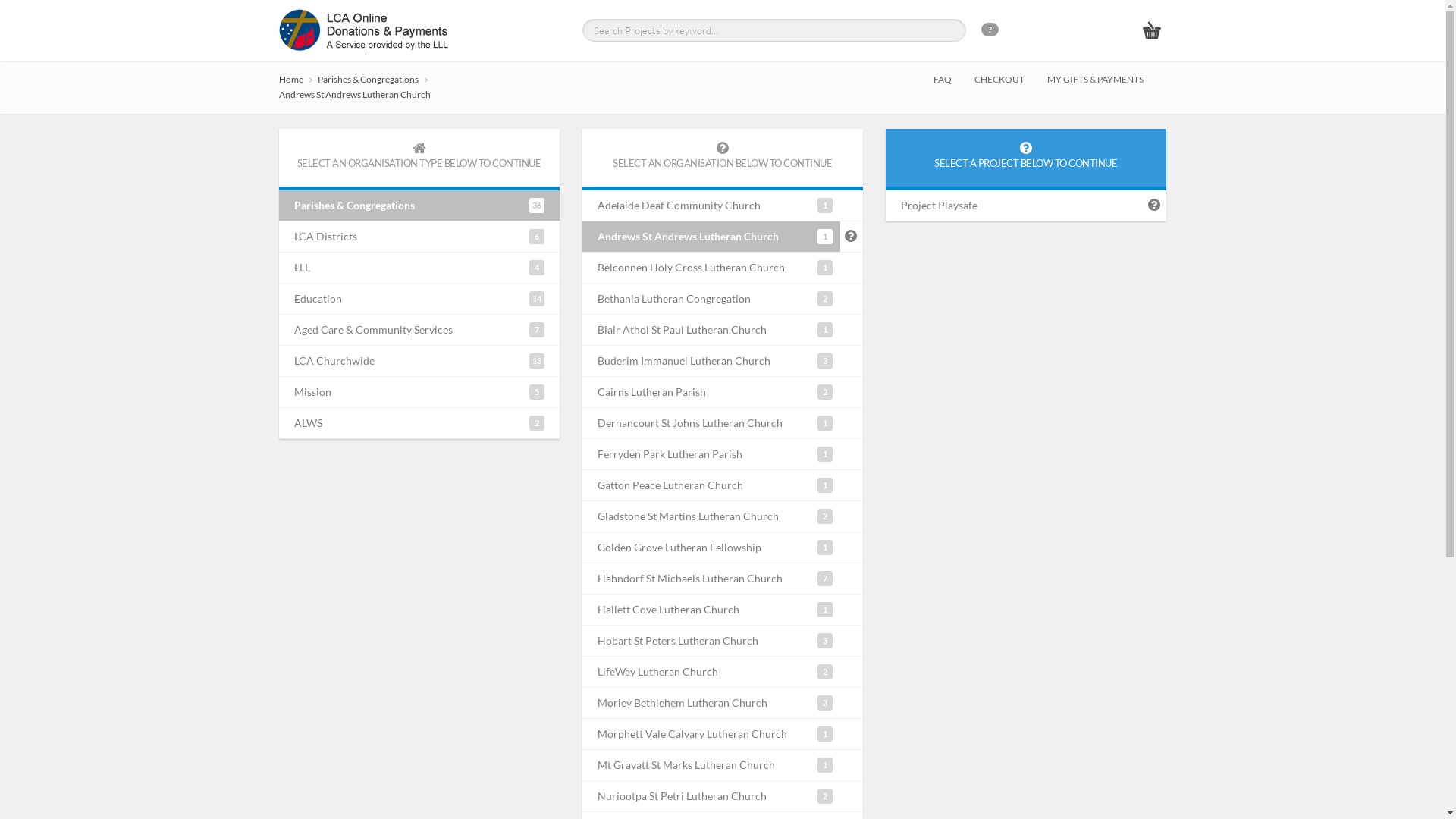  What do you see at coordinates (710, 453) in the screenshot?
I see `'1` at bounding box center [710, 453].